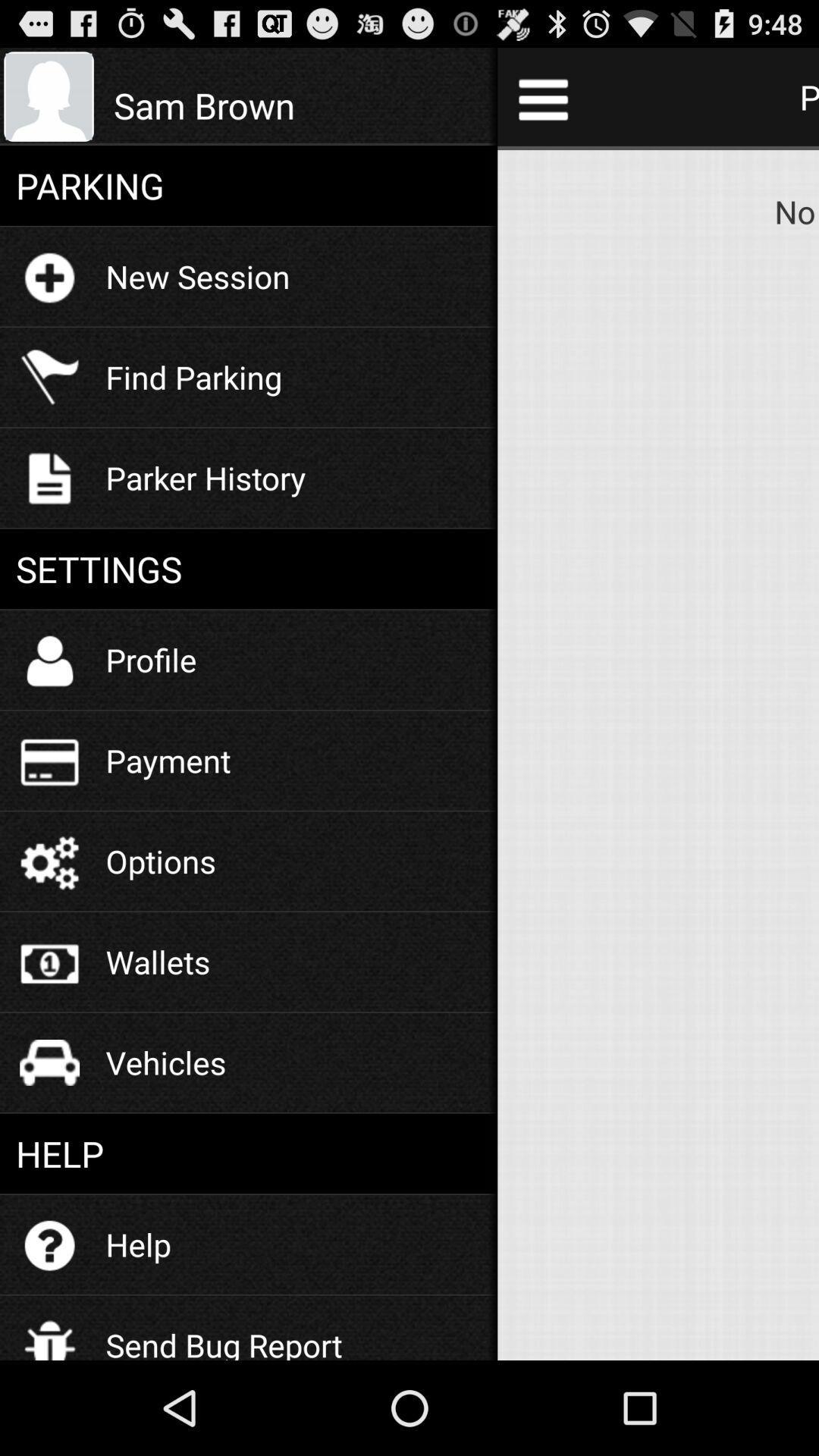  I want to click on icon below the wallets icon, so click(166, 1062).